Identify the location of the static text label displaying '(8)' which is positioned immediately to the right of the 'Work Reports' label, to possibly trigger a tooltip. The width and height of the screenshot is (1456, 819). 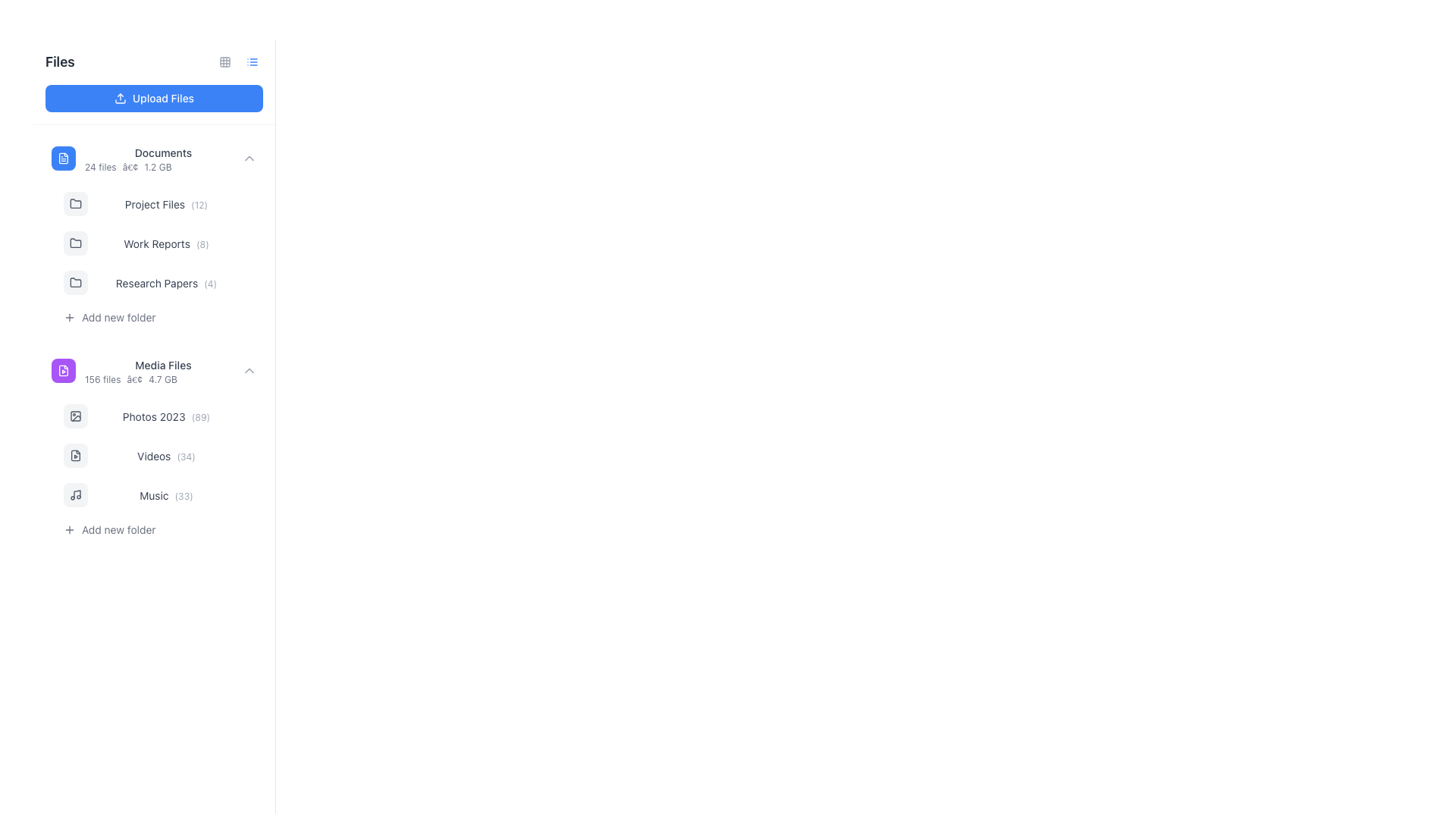
(202, 243).